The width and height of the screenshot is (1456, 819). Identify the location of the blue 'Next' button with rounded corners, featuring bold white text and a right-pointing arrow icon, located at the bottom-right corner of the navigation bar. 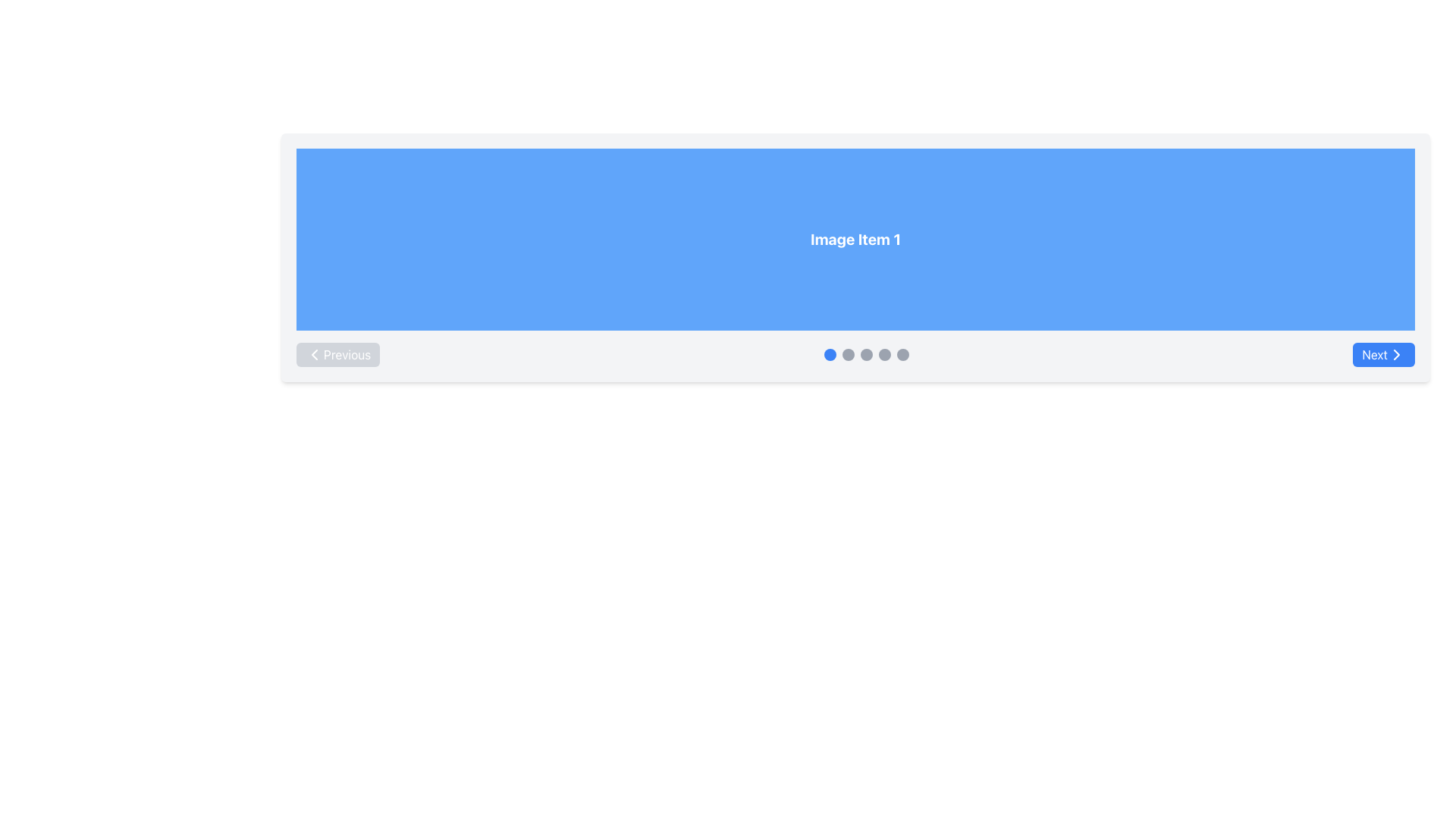
(1384, 354).